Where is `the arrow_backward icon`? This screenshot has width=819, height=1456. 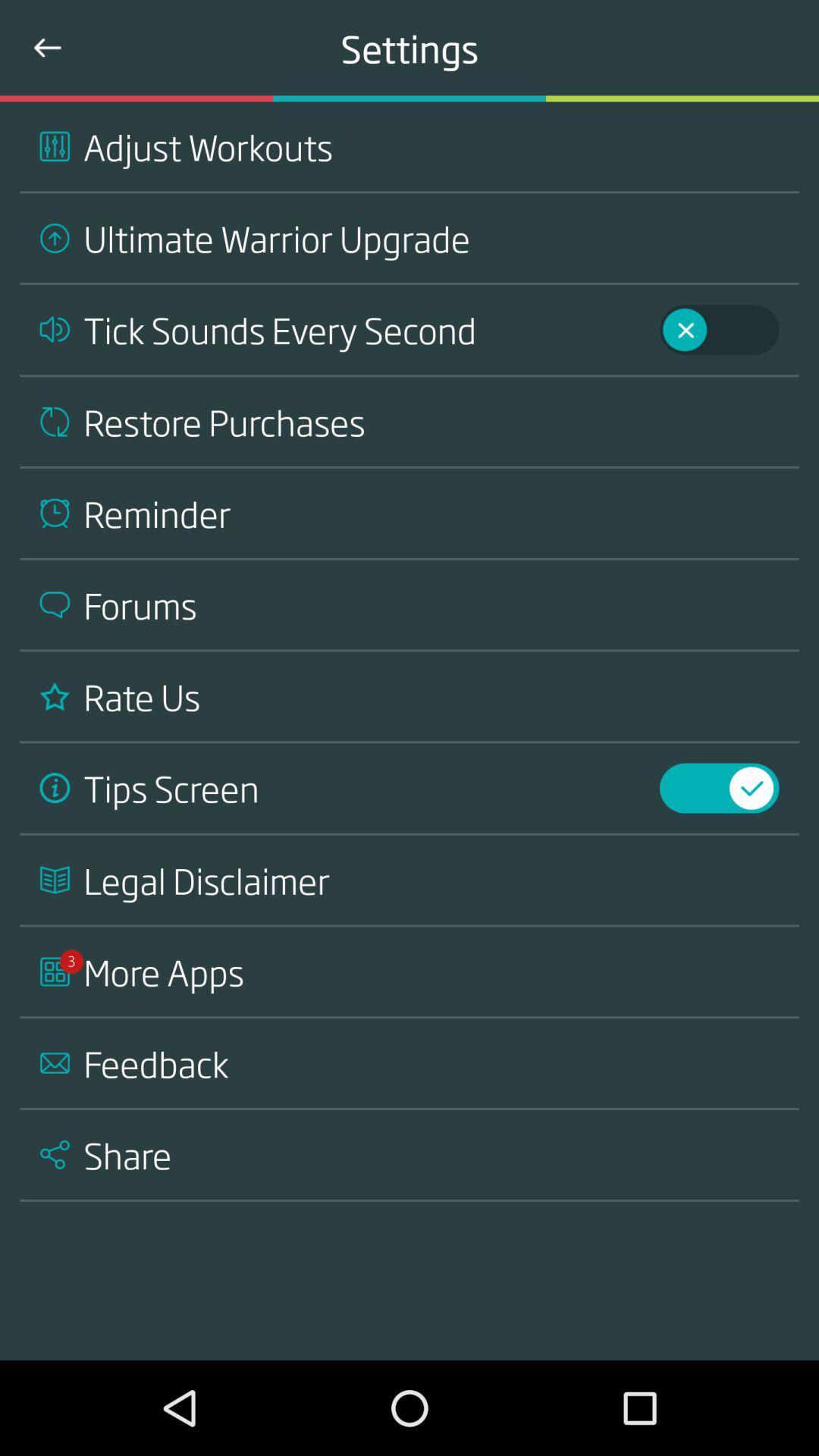
the arrow_backward icon is located at coordinates (46, 47).